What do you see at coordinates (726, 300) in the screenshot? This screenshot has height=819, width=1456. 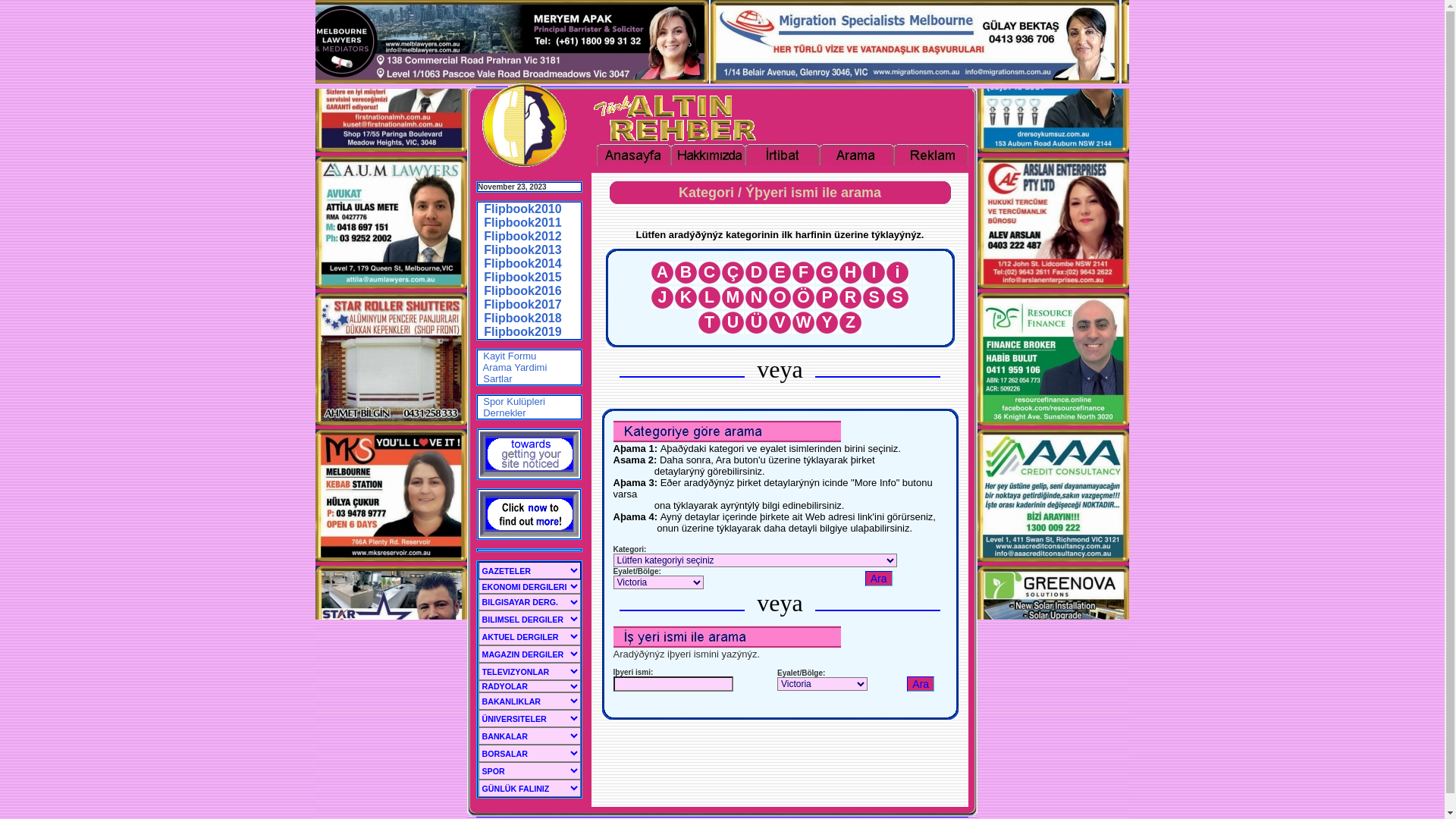 I see `'M'` at bounding box center [726, 300].